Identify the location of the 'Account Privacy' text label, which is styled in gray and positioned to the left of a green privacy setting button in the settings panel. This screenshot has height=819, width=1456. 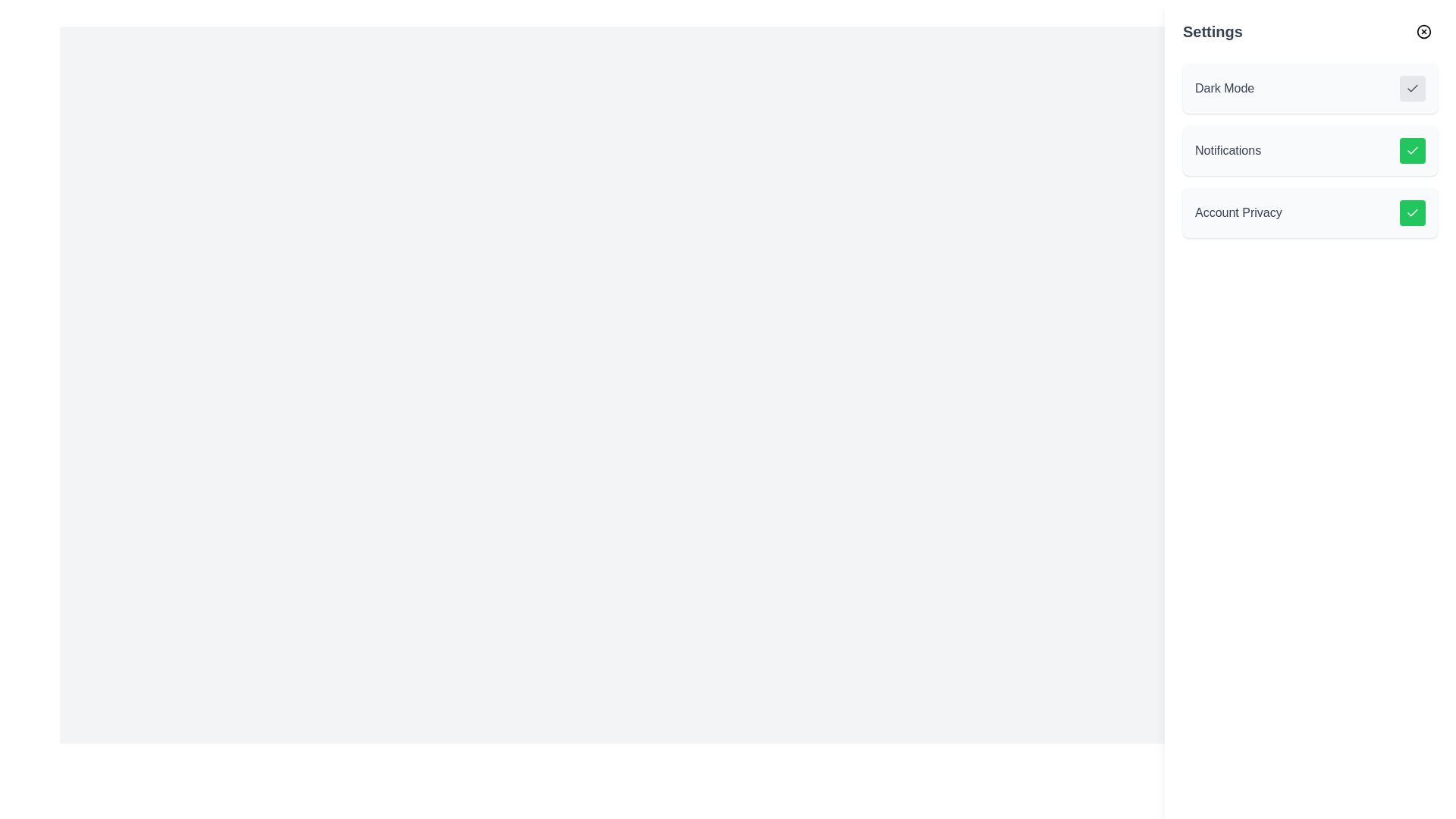
(1238, 213).